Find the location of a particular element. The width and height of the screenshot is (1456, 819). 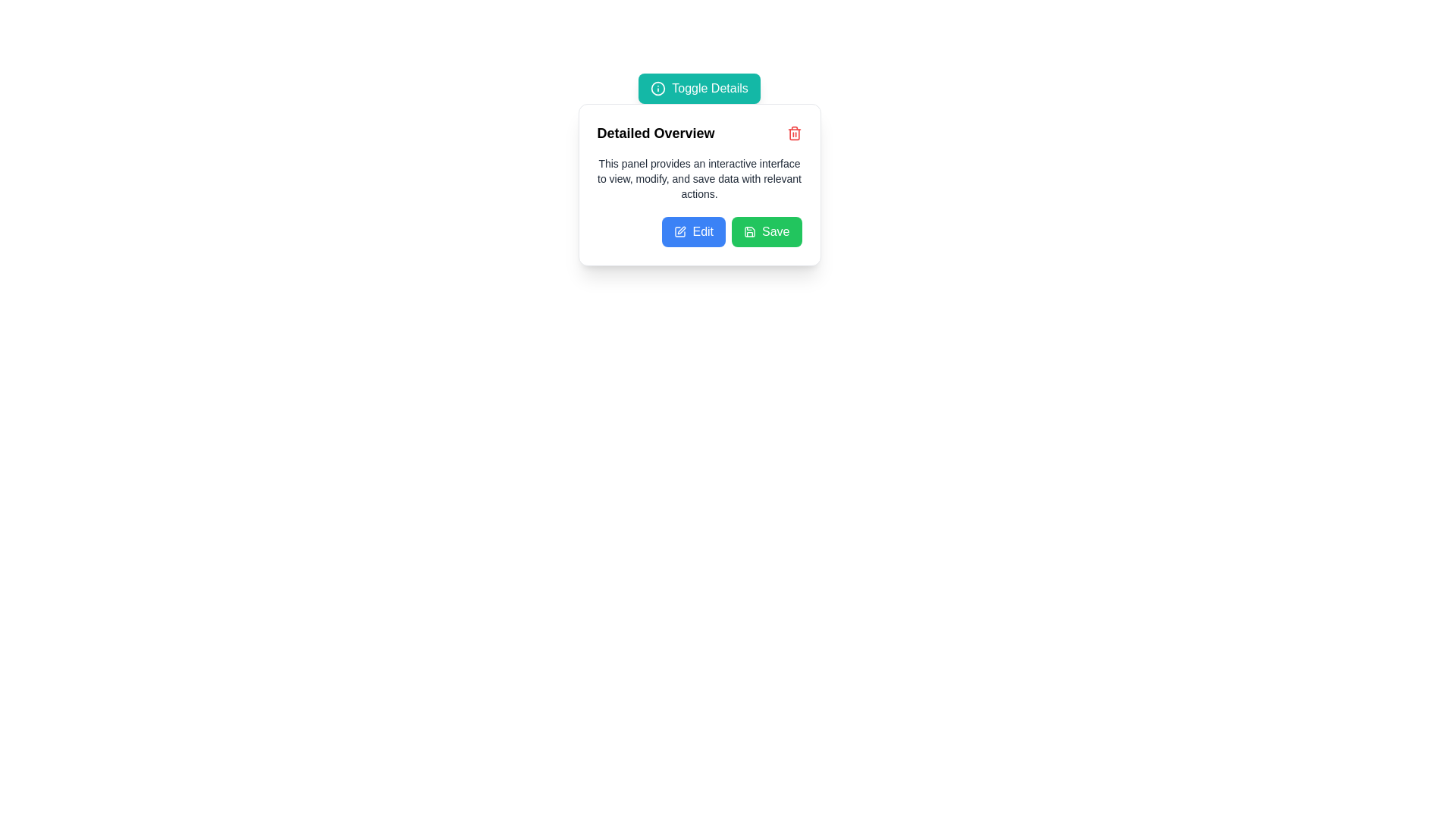

the 'Edit' button located in the group of buttons at the bottom right corner of the 'Detailed Overview' panel to enter edit mode is located at coordinates (698, 231).